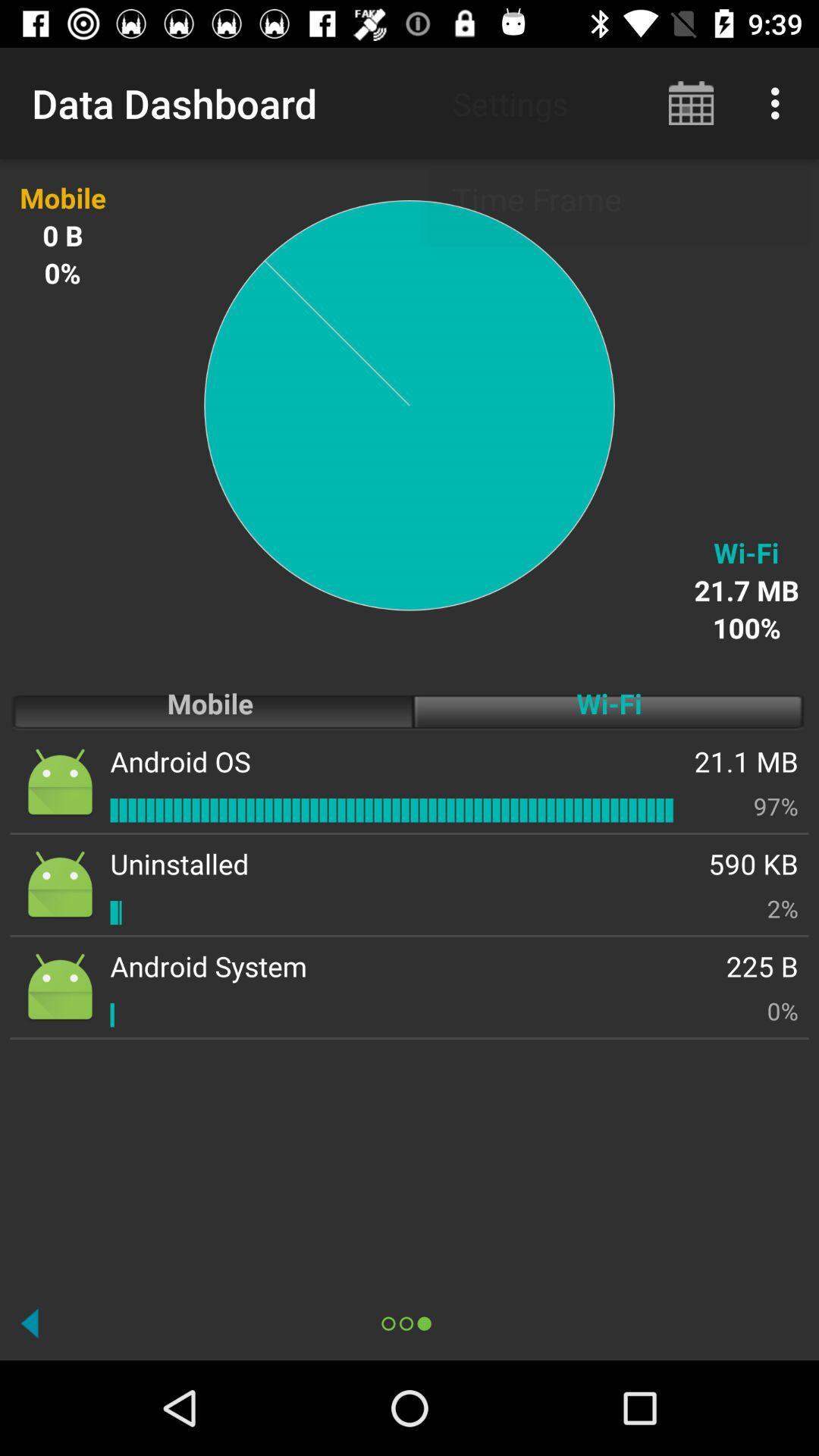  I want to click on the app above 225 b item, so click(783, 908).